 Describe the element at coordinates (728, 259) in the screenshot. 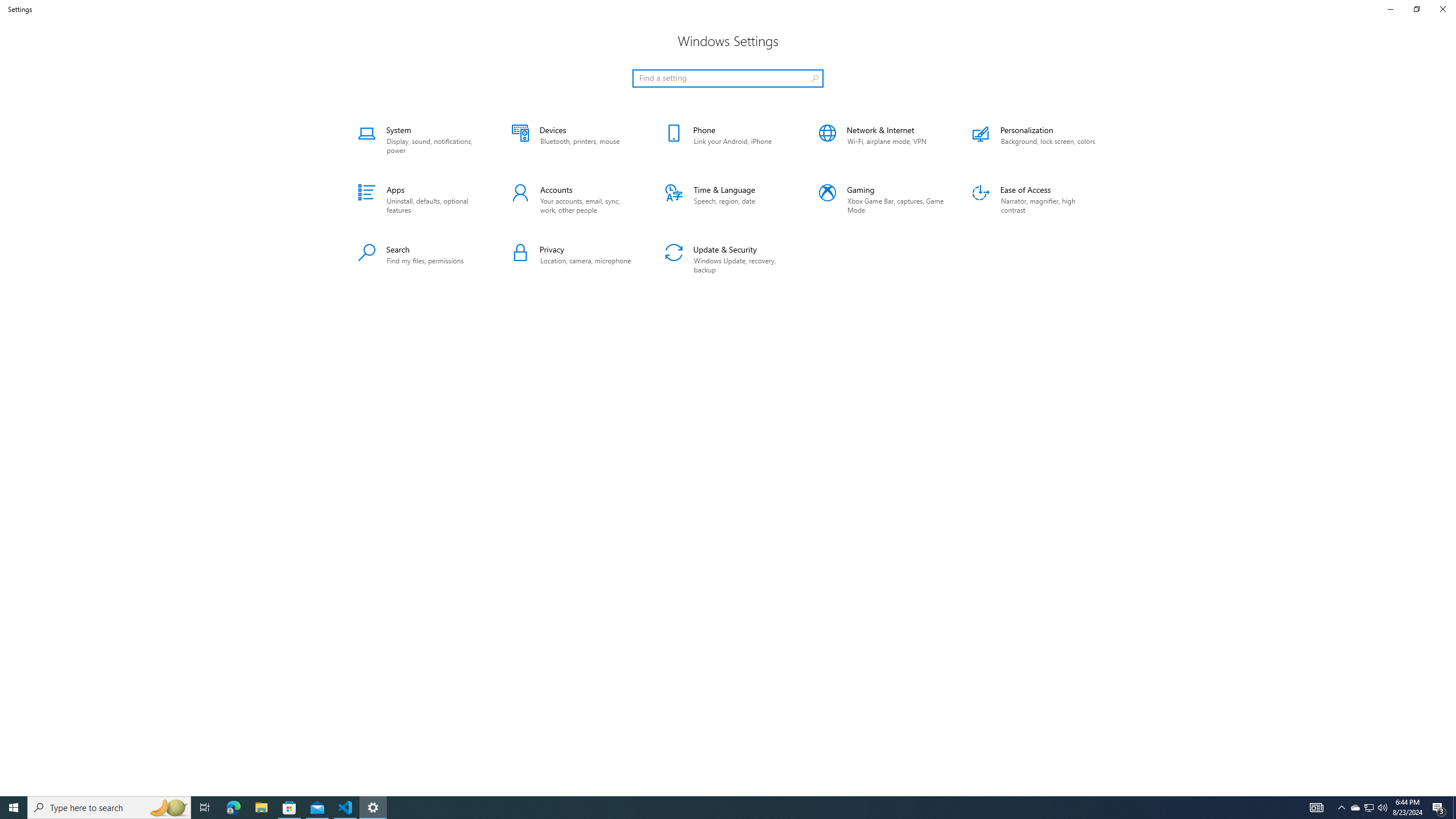

I see `'Update & Security'` at that location.